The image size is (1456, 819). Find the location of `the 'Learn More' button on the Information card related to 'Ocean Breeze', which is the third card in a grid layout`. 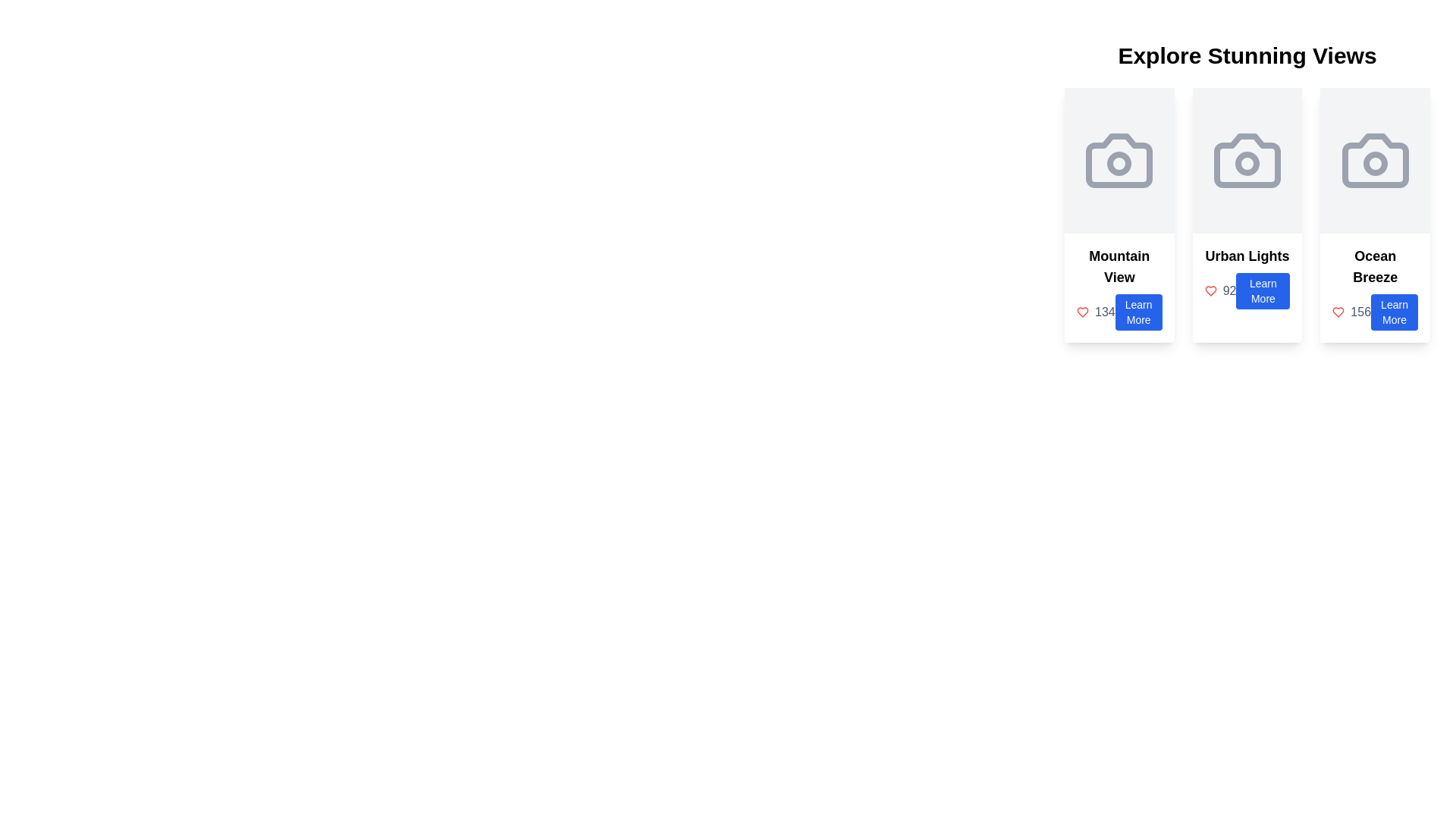

the 'Learn More' button on the Information card related to 'Ocean Breeze', which is the third card in a grid layout is located at coordinates (1375, 215).